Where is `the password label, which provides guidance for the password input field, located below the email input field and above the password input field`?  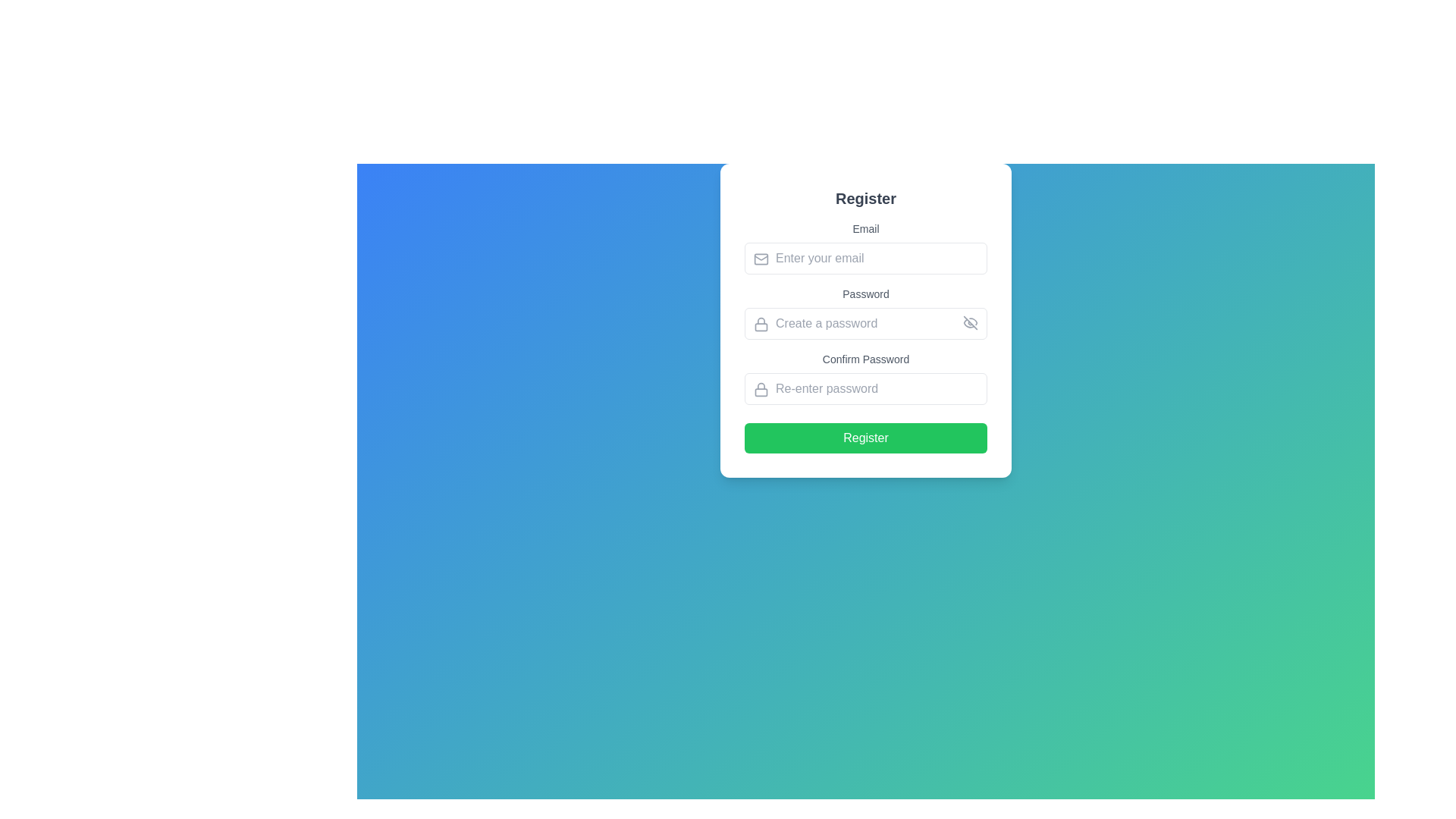 the password label, which provides guidance for the password input field, located below the email input field and above the password input field is located at coordinates (866, 294).